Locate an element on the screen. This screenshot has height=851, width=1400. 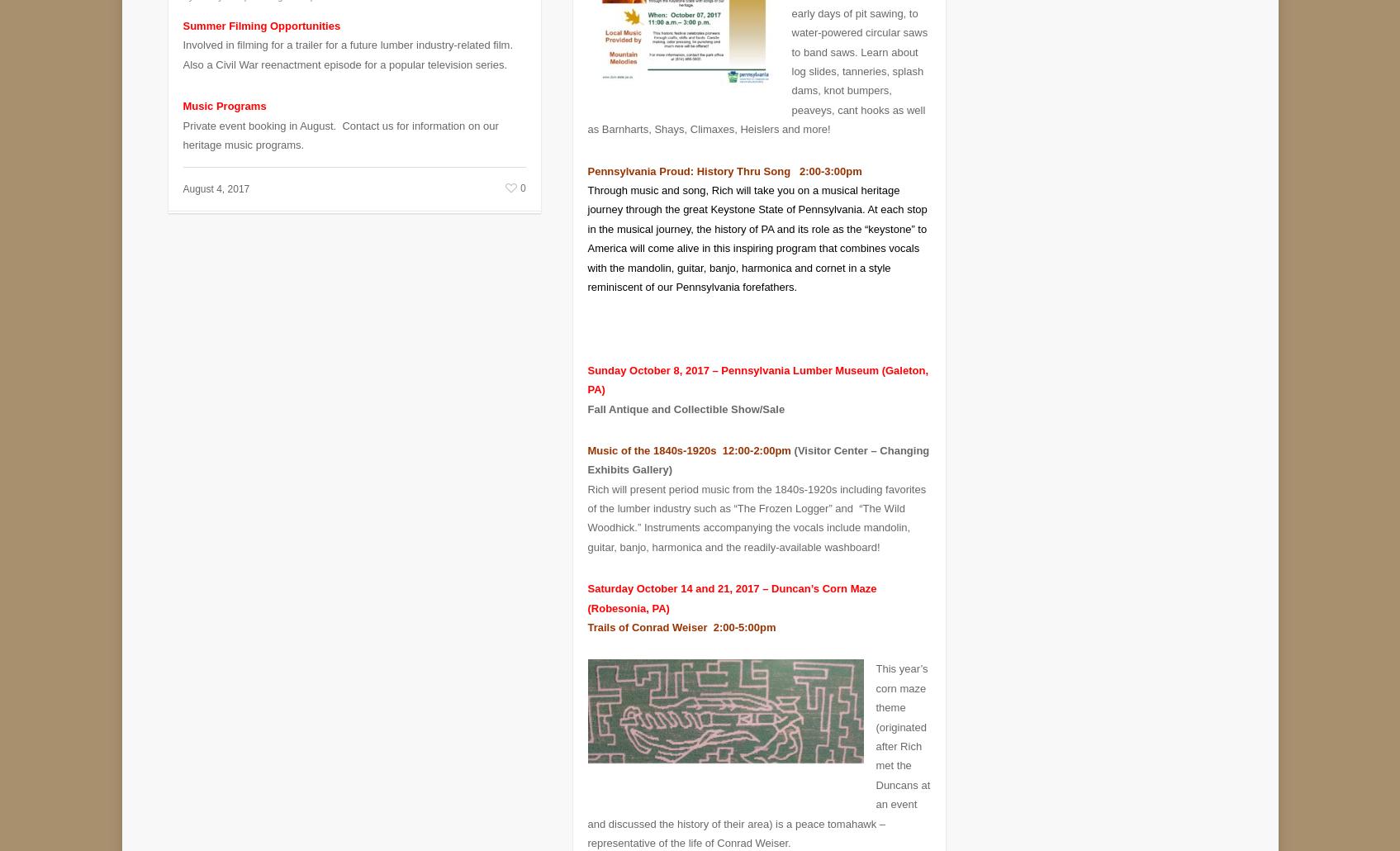
'lvania Proud: History Thru Song   2:00-3:00pm' is located at coordinates (743, 159).